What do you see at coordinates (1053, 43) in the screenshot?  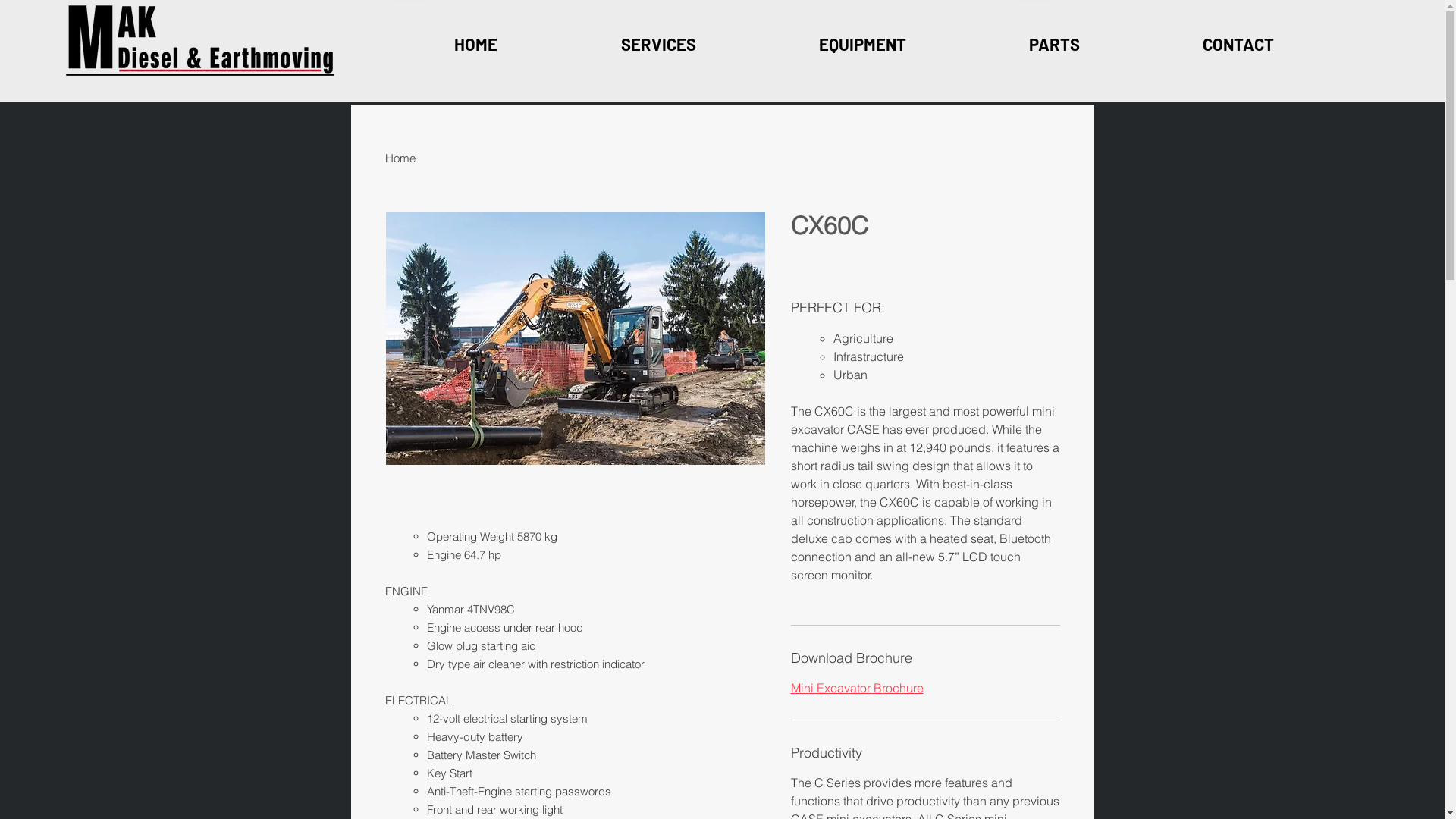 I see `'PARTS'` at bounding box center [1053, 43].